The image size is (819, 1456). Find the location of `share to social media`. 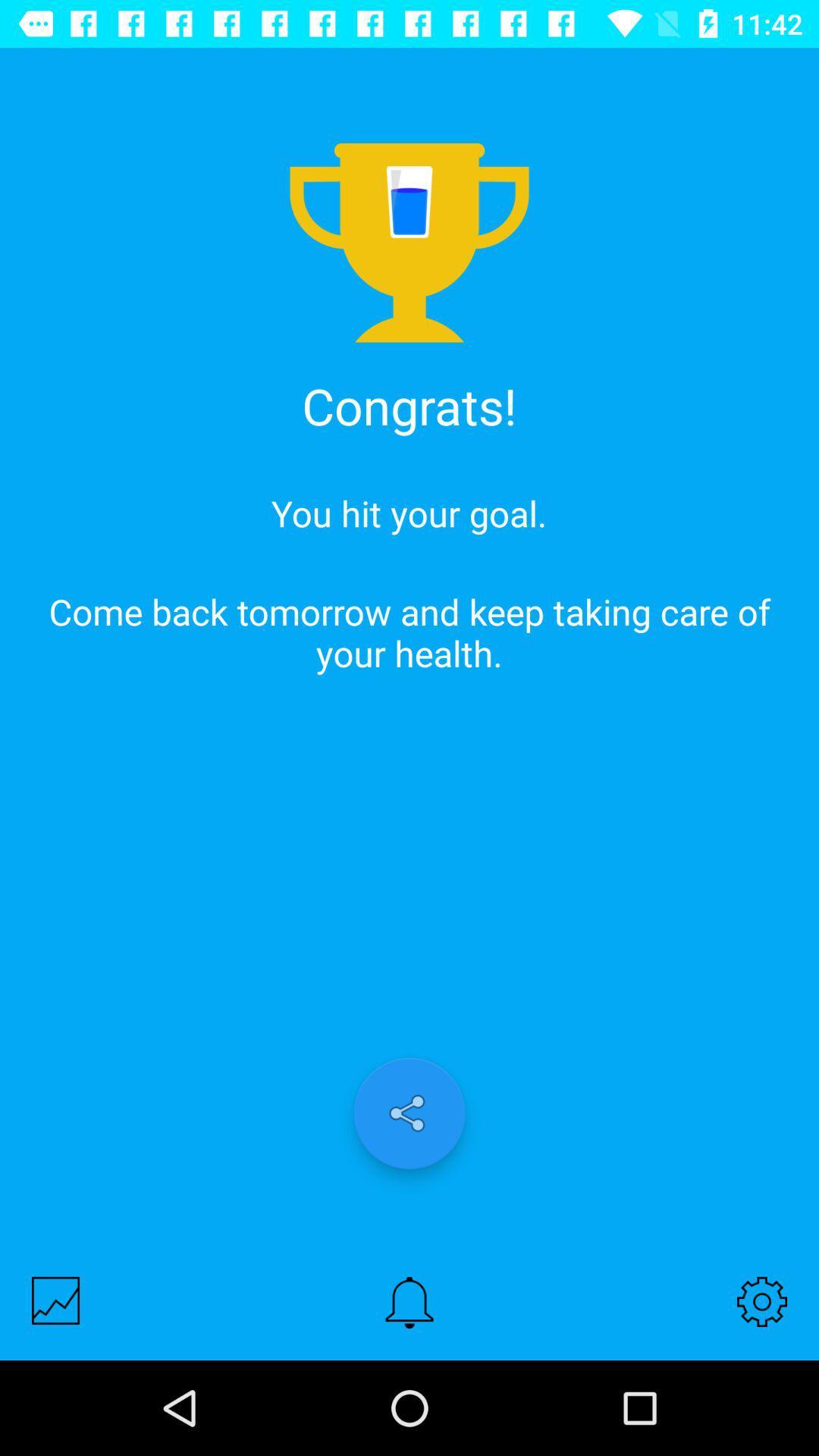

share to social media is located at coordinates (409, 1113).